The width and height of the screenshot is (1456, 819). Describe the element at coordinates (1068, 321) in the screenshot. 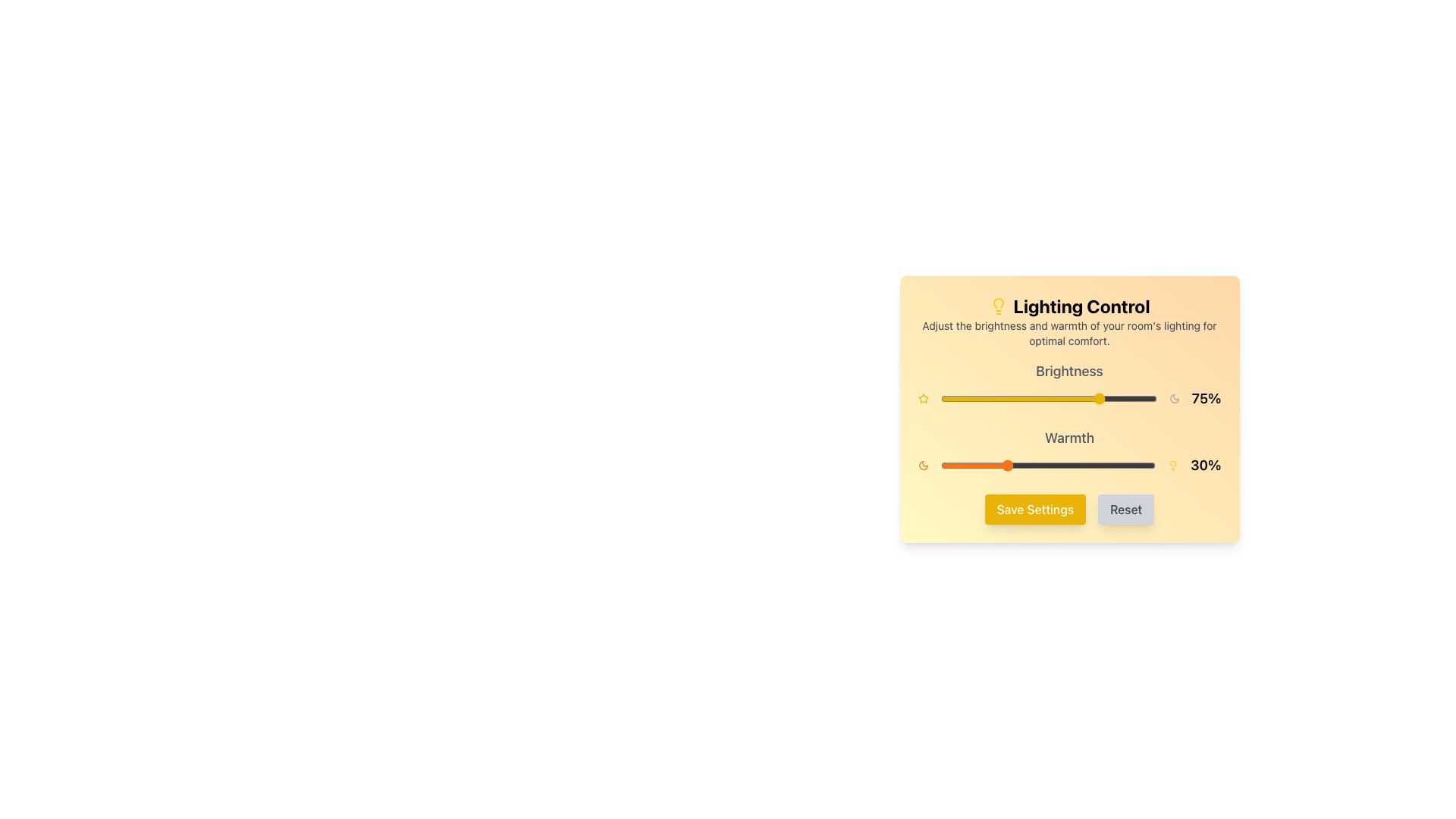

I see `the Text Block with Iconography to gain information about the lighting controls` at that location.